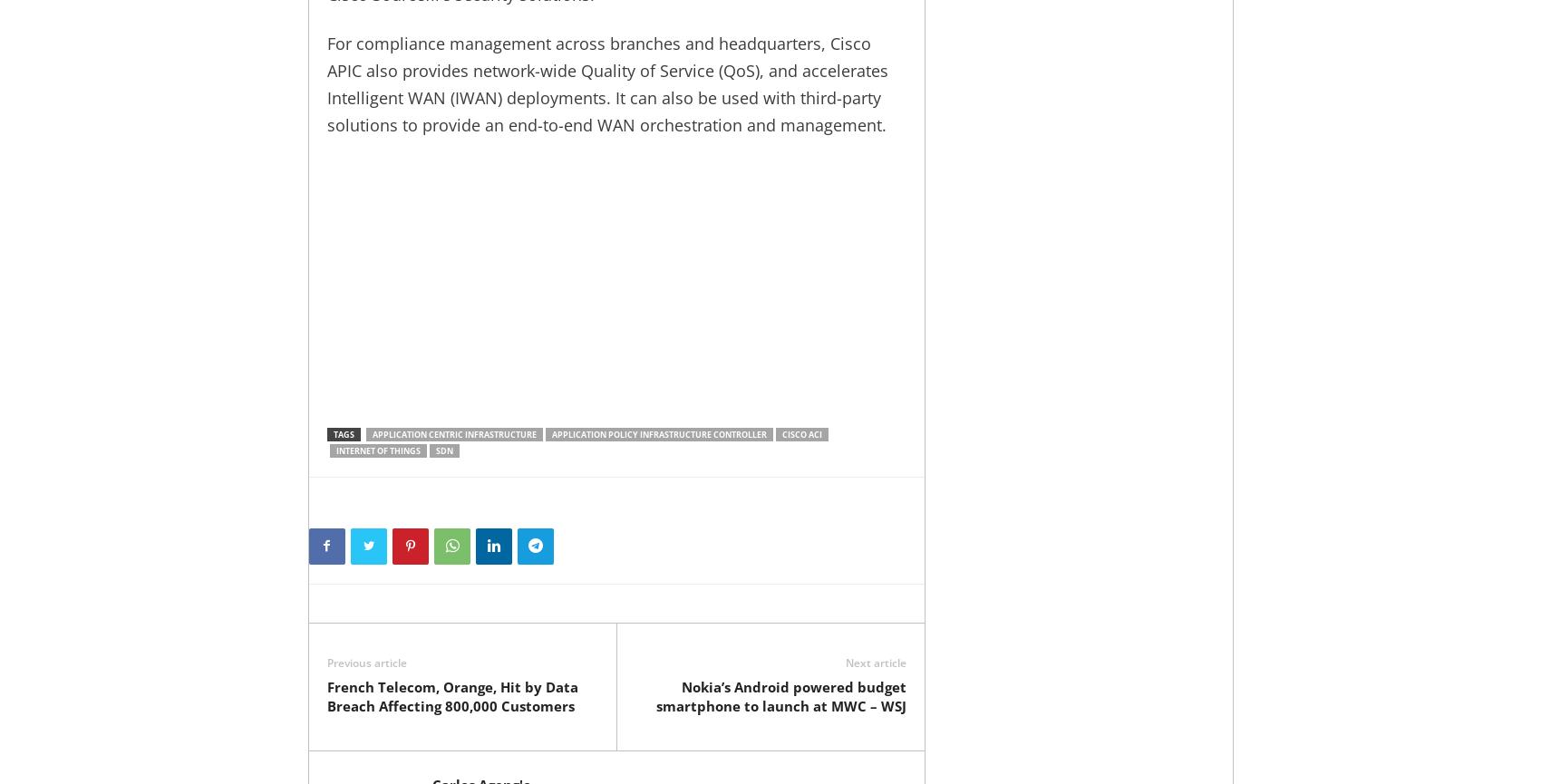 Image resolution: width=1541 pixels, height=784 pixels. Describe the element at coordinates (606, 83) in the screenshot. I see `'For compliance management across branches and headquarters, Cisco APIC also provides network-wide Quality of Service (QoS), and accelerates Intelligent WAN (IWAN) deployments. It can also be used with third-party solutions to provide an end-to-end WAN orchestration and management.'` at that location.